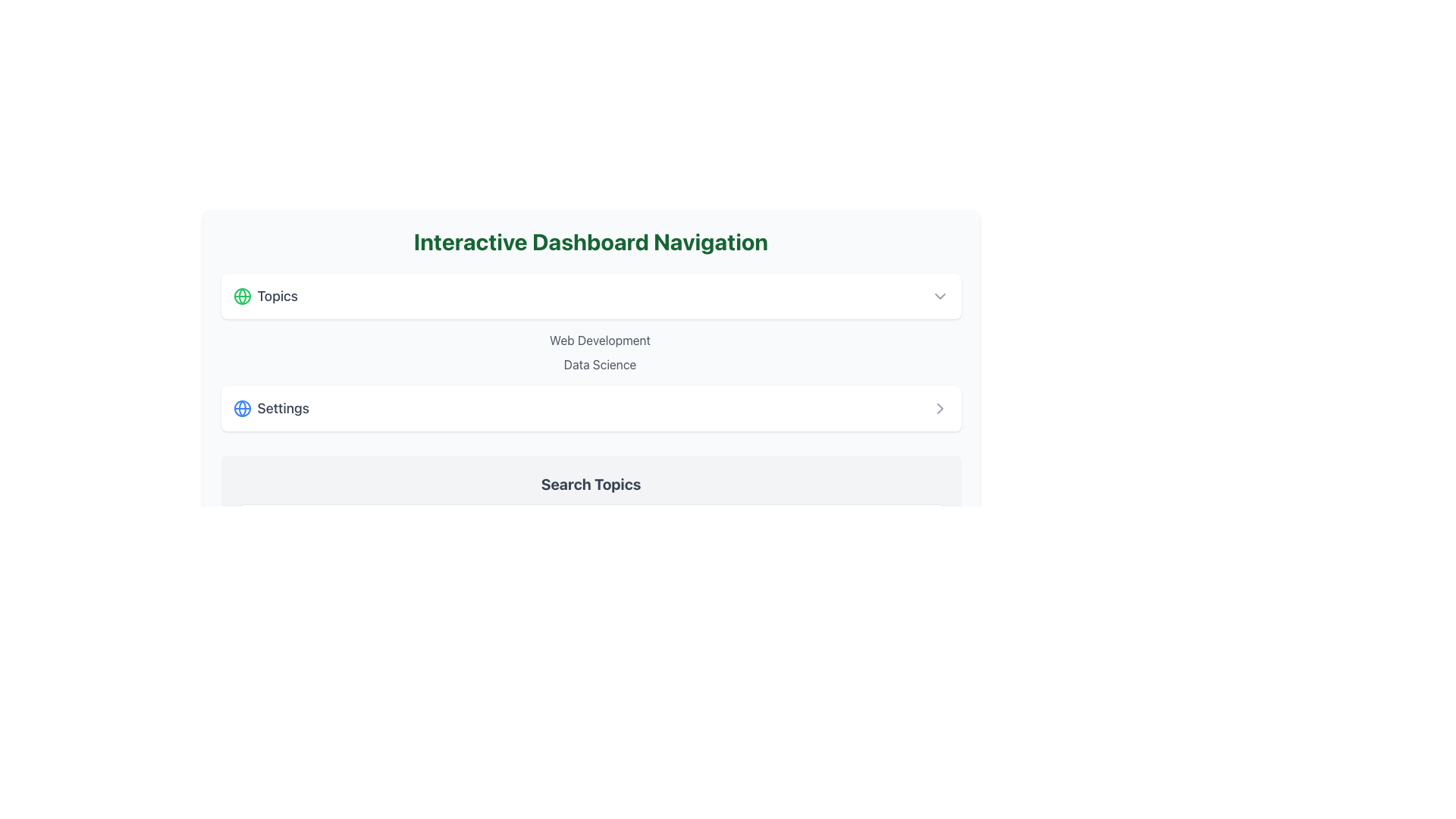  What do you see at coordinates (241, 408) in the screenshot?
I see `the 'Settings' icon located in the navigation menu` at bounding box center [241, 408].